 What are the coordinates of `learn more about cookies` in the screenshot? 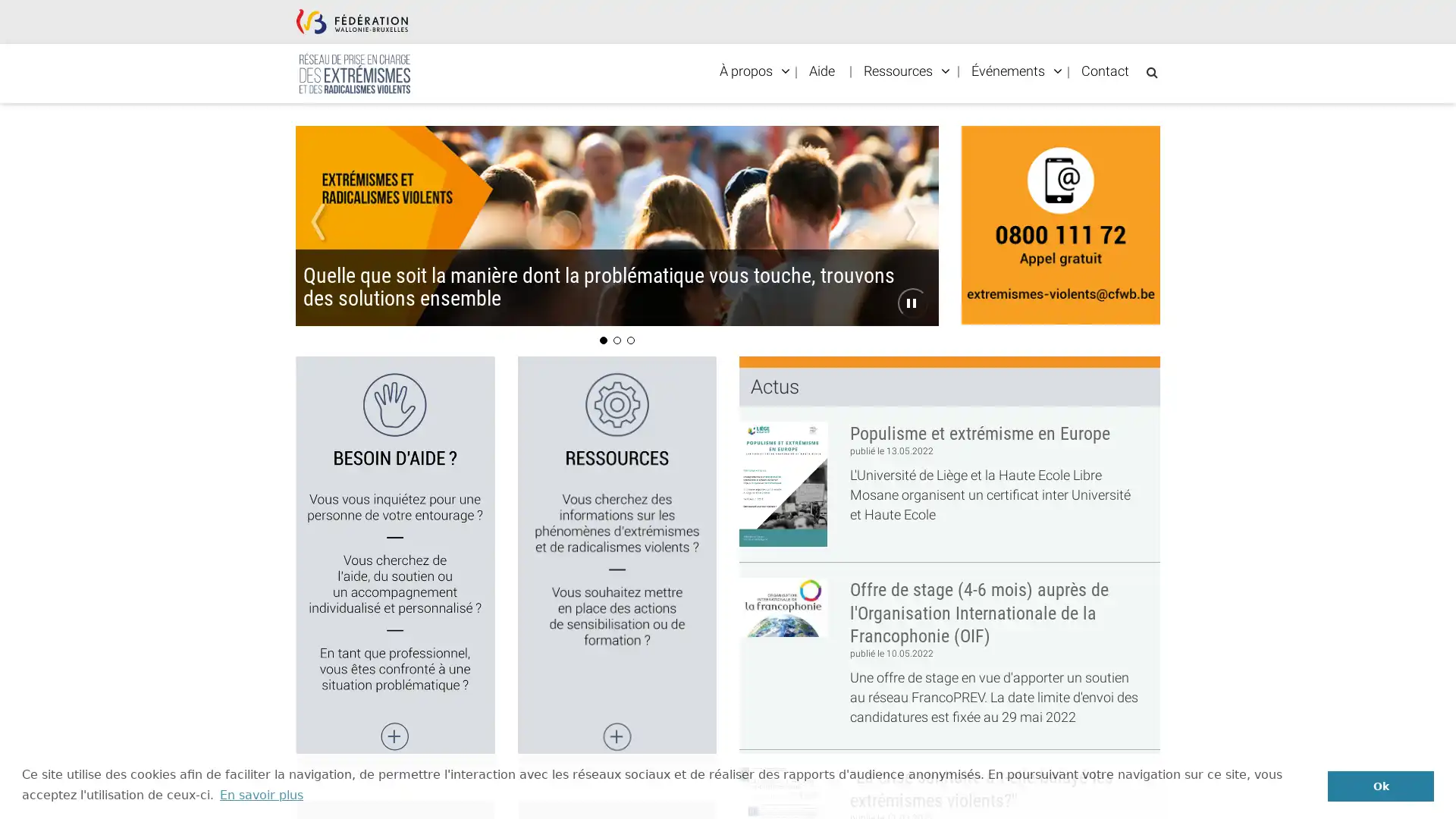 It's located at (261, 794).